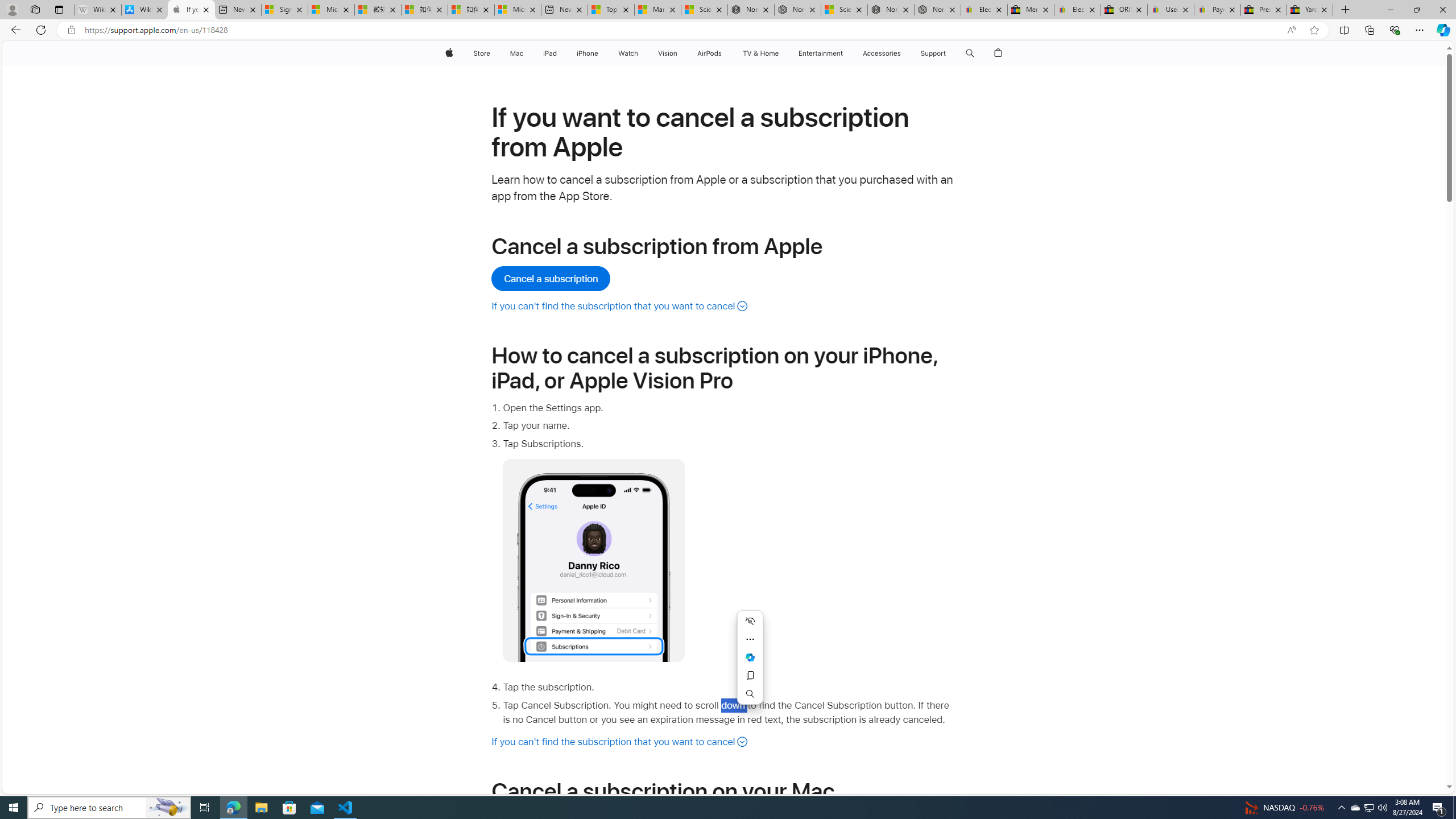  I want to click on 'Hide menu', so click(750, 621).